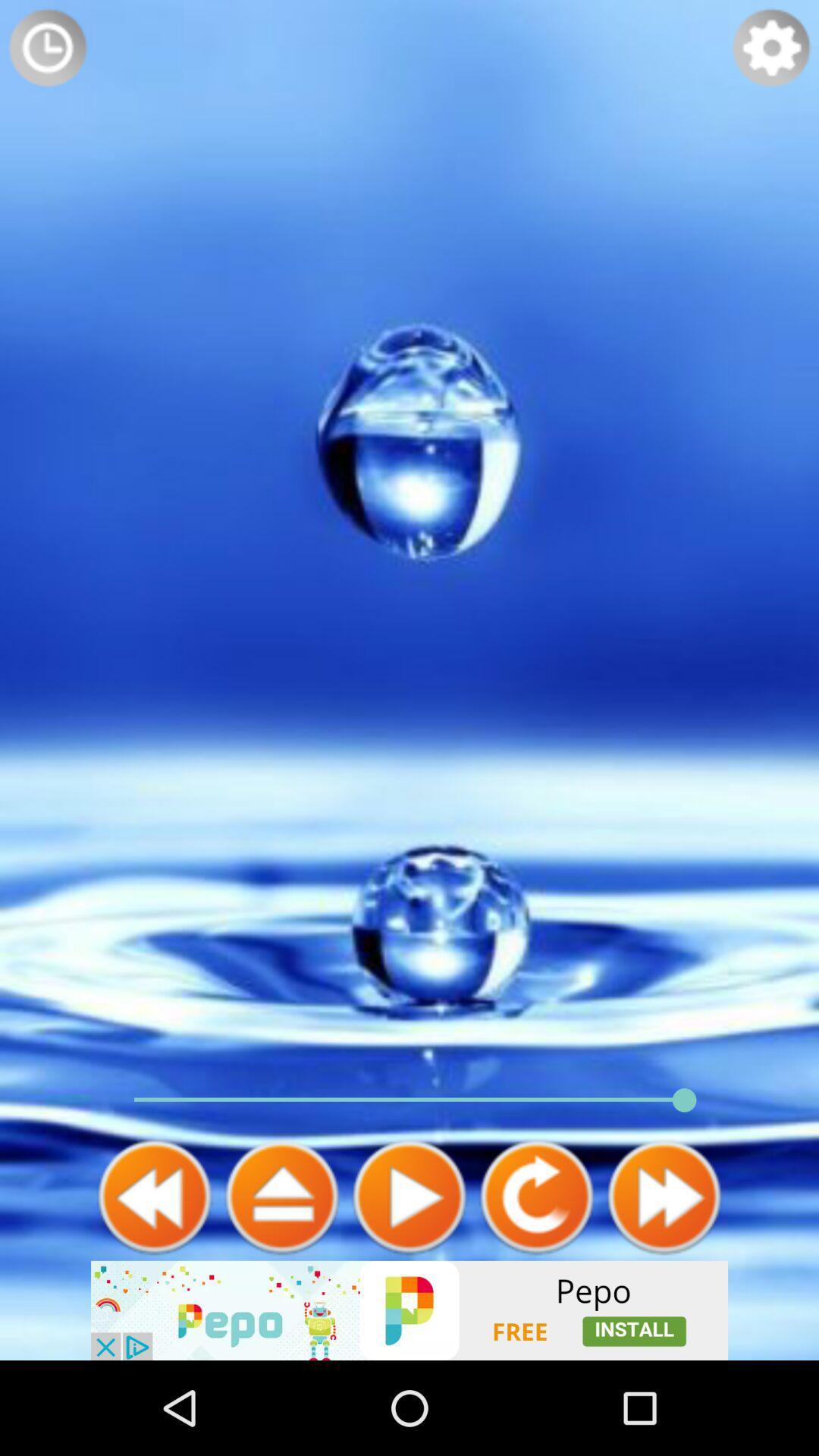  What do you see at coordinates (155, 1280) in the screenshot?
I see `the av_rewind icon` at bounding box center [155, 1280].